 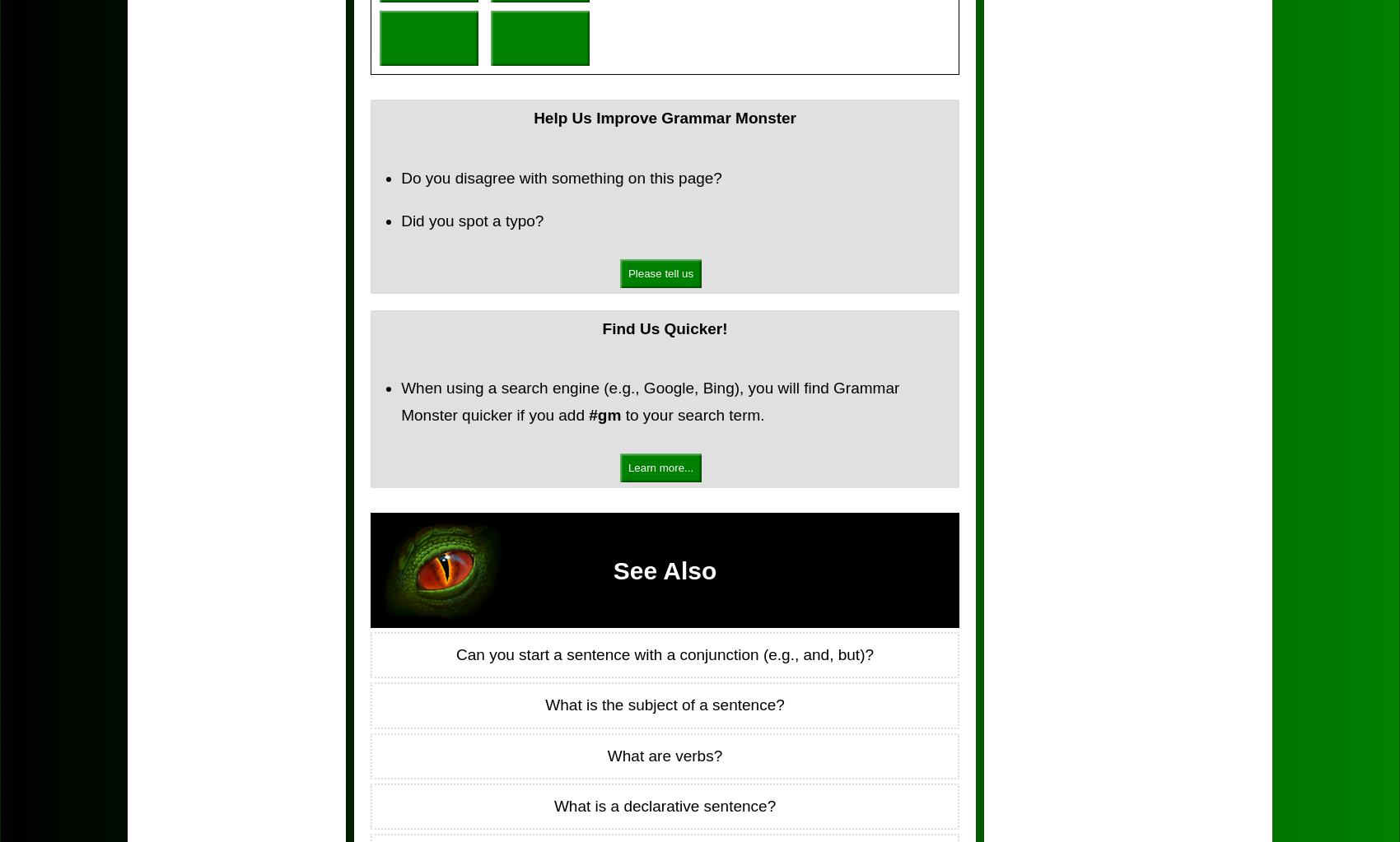 What do you see at coordinates (663, 754) in the screenshot?
I see `'What are verbs?'` at bounding box center [663, 754].